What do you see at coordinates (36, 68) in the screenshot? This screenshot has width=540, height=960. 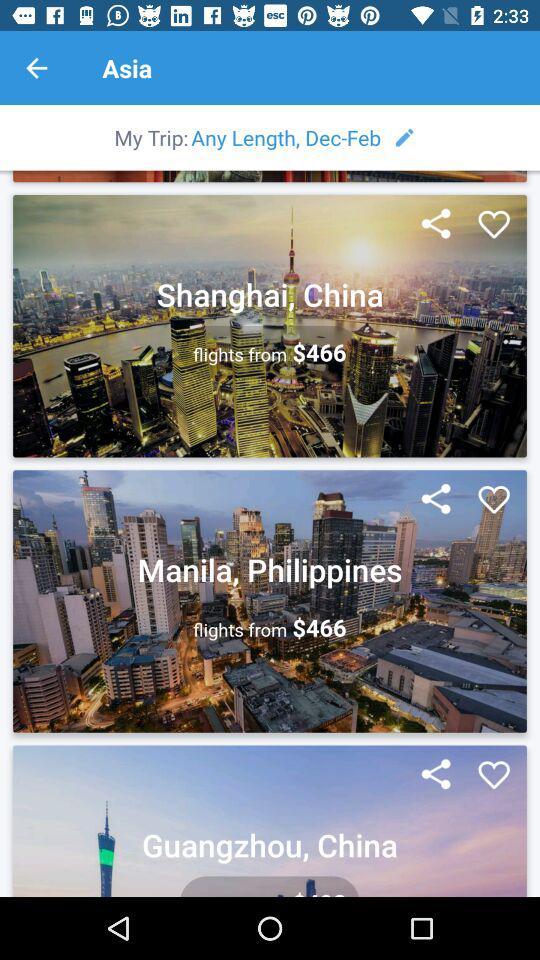 I see `the previous page` at bounding box center [36, 68].